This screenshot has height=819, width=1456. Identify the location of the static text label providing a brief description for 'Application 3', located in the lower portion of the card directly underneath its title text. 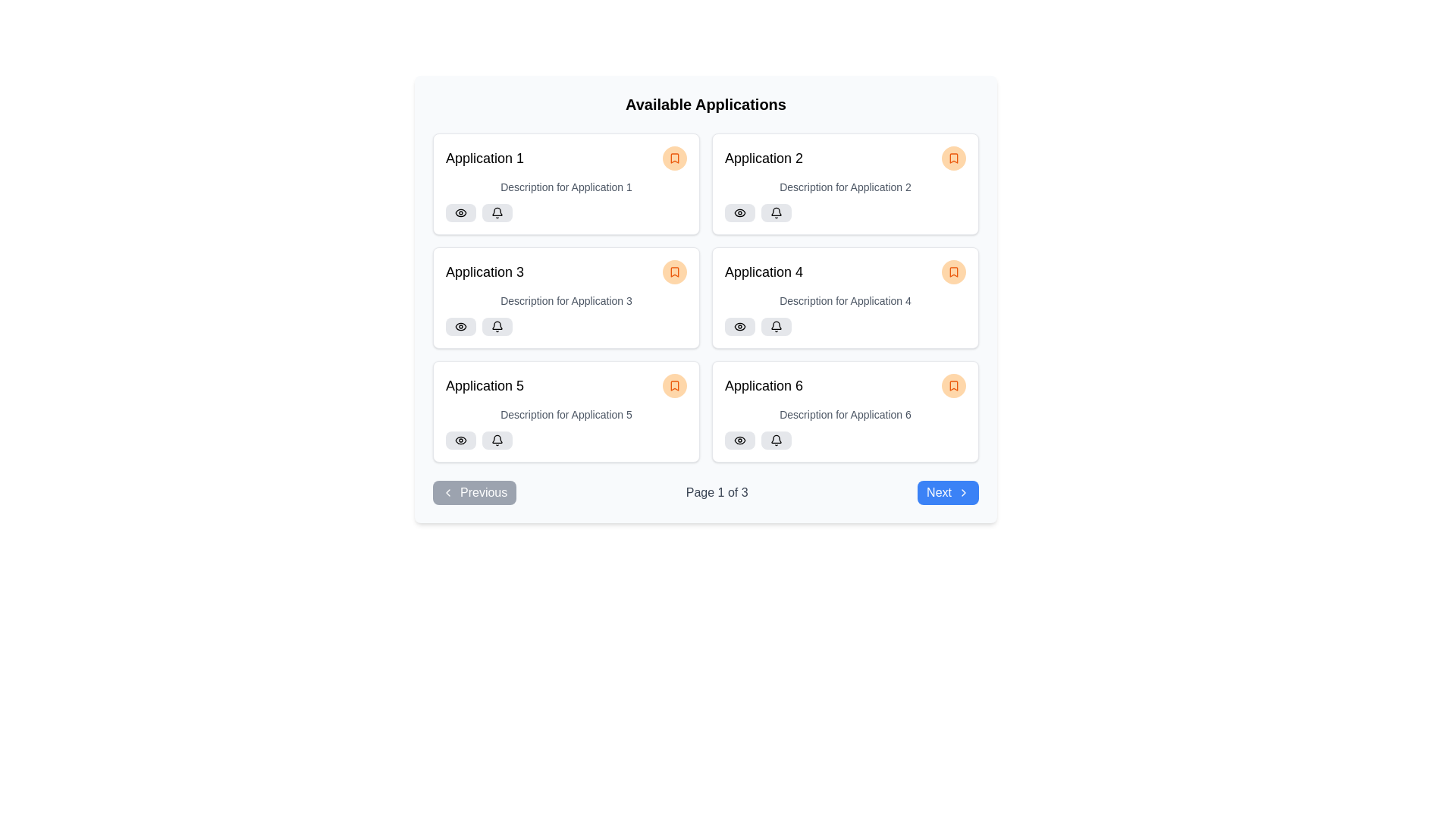
(566, 301).